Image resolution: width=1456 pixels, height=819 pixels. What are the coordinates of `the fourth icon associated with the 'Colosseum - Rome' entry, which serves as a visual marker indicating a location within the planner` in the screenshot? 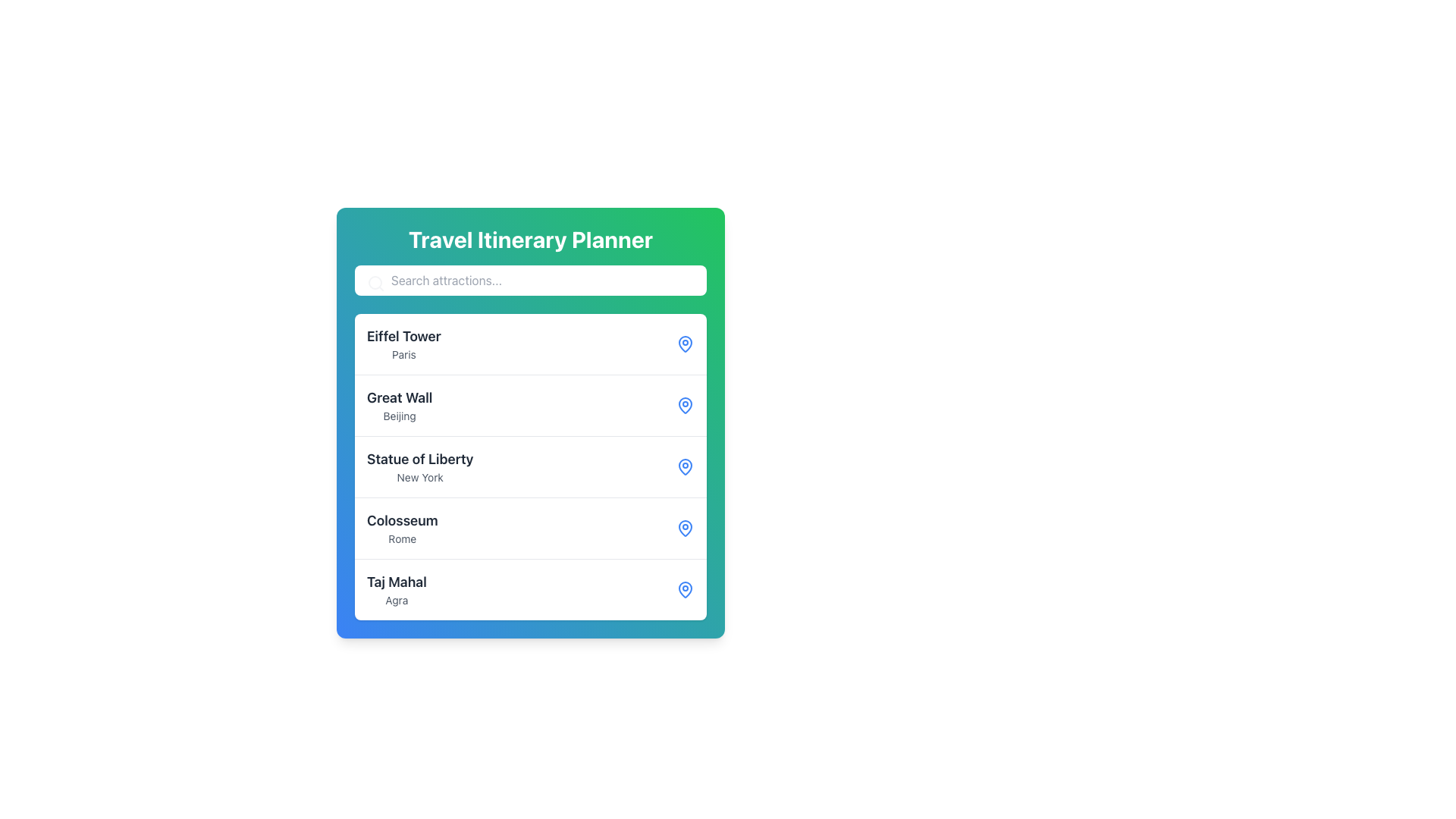 It's located at (684, 528).